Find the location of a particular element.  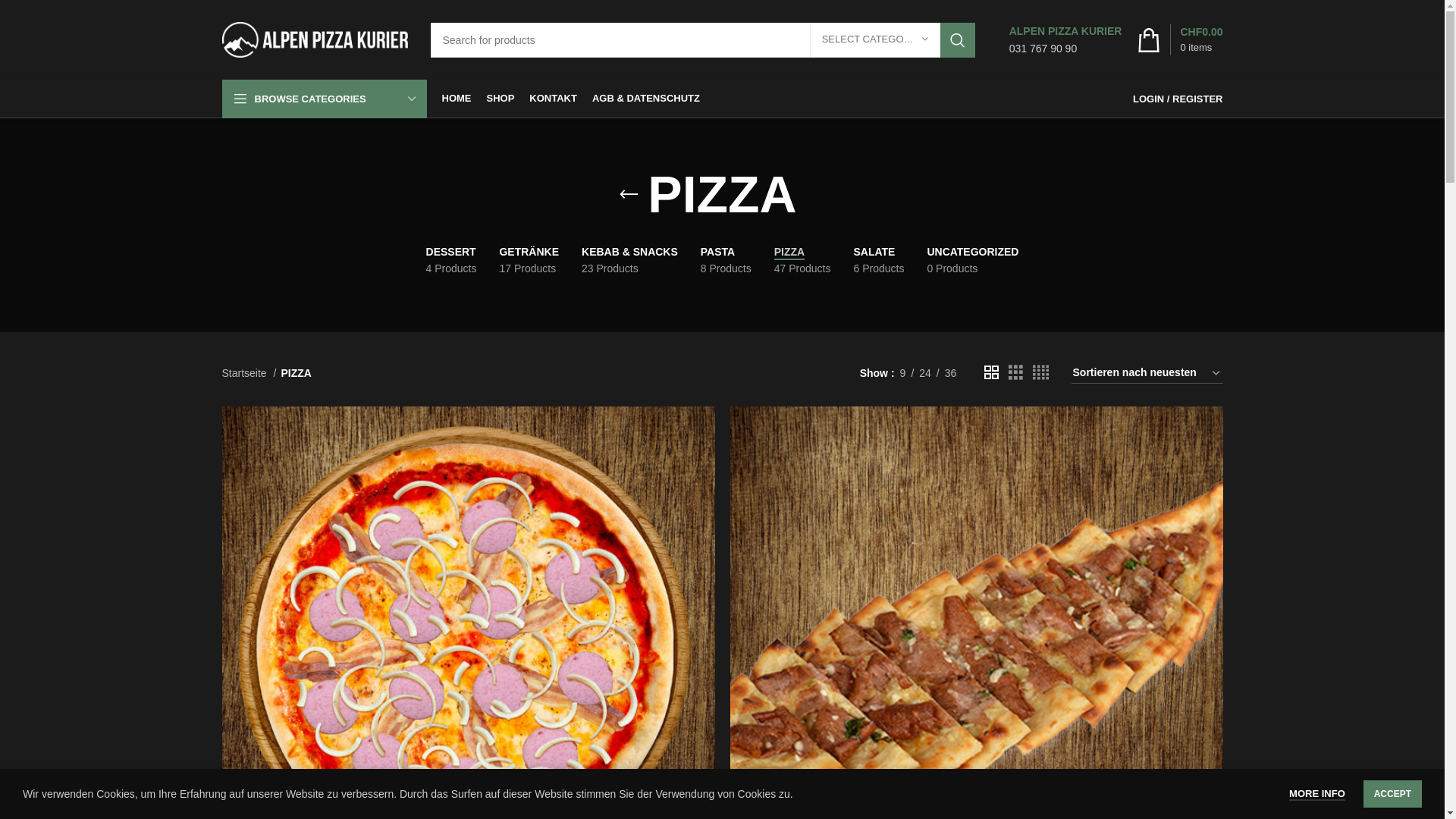

'SALATE is located at coordinates (878, 259).